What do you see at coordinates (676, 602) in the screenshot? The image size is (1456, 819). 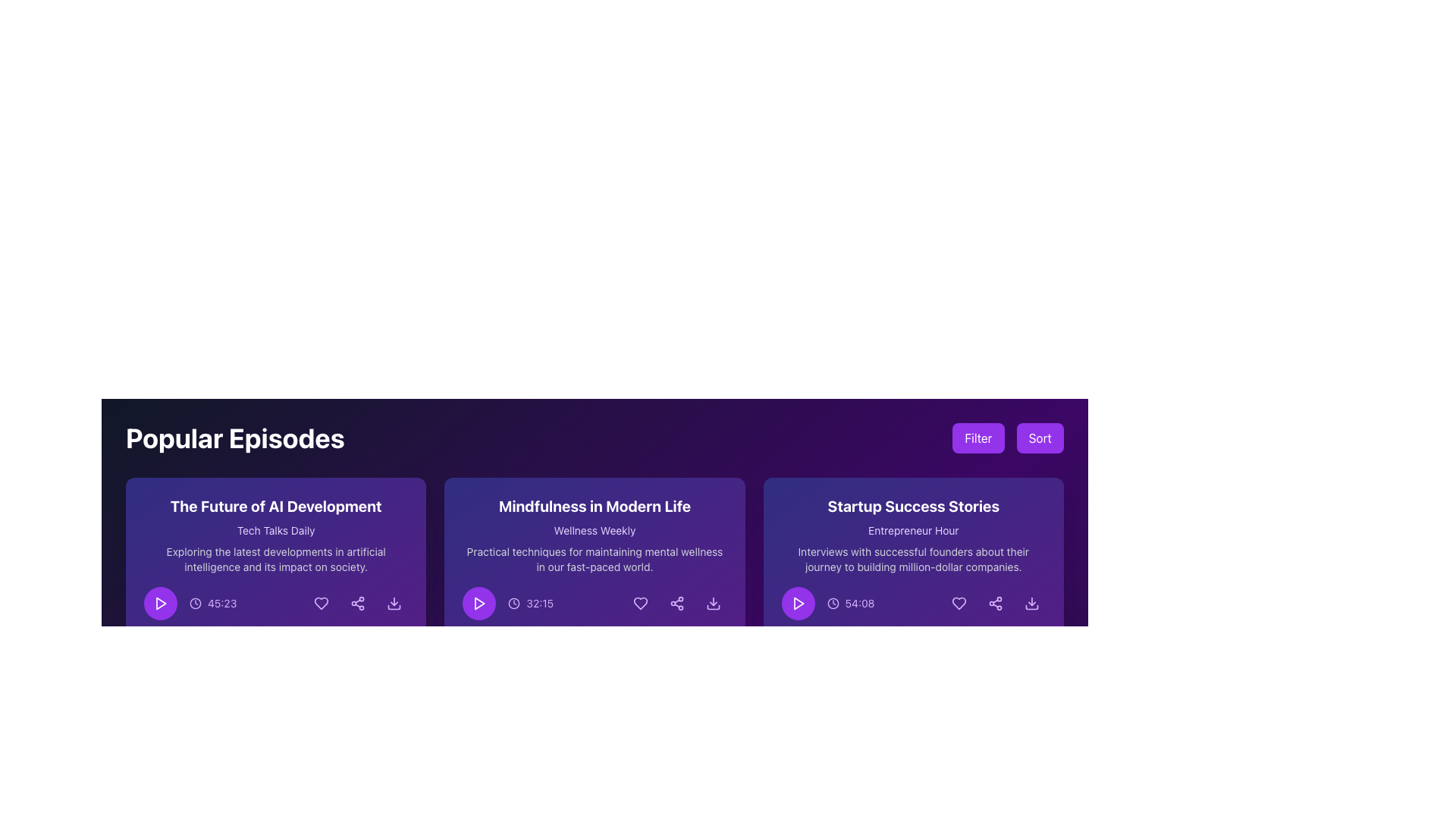 I see `the share button located in the control row below the 'Mindfulness in Modern Life' card, positioned fourth among the interactive icons, to change its appearance` at bounding box center [676, 602].